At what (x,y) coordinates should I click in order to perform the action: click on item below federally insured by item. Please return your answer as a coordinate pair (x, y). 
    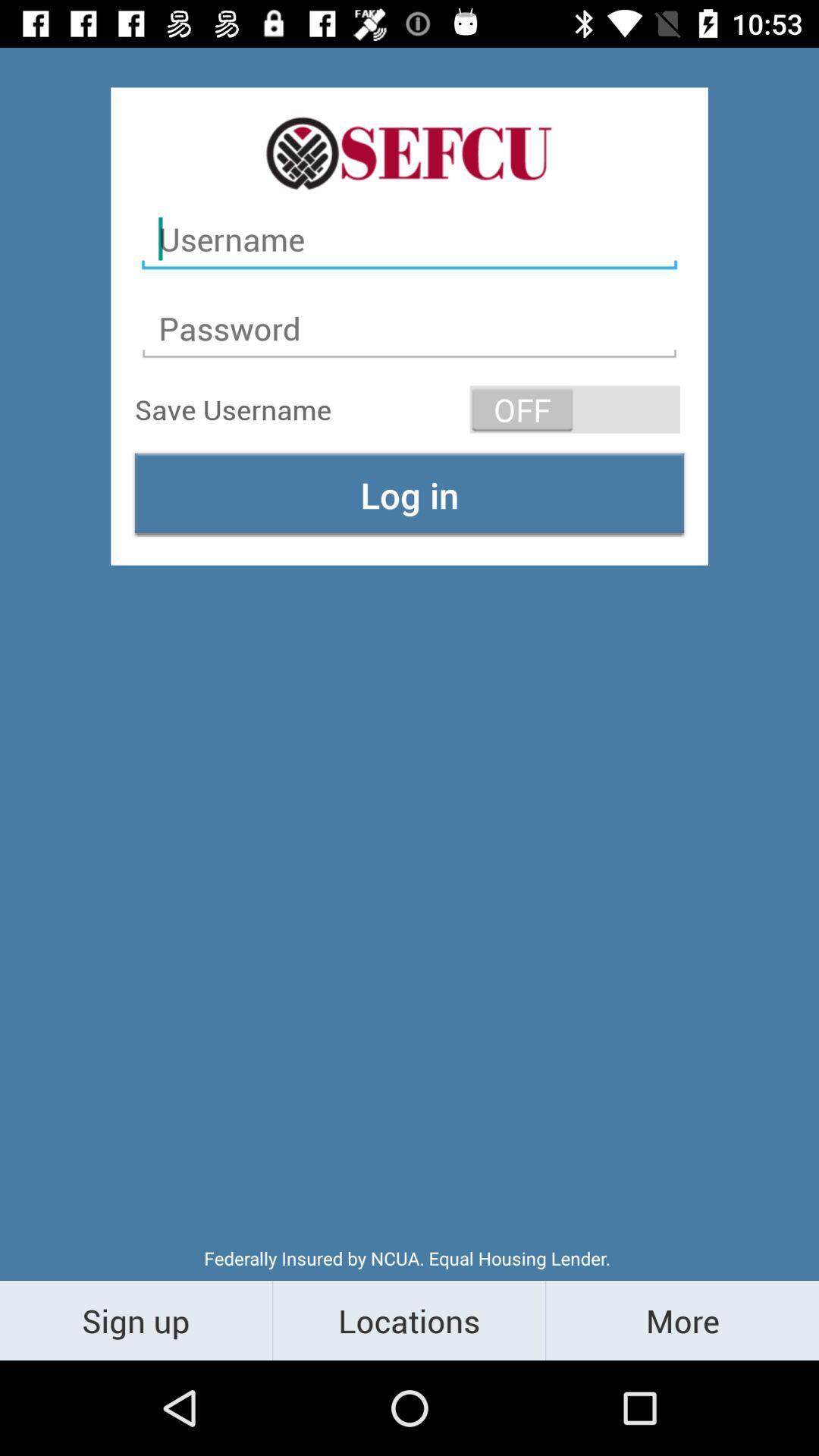
    Looking at the image, I should click on (408, 1319).